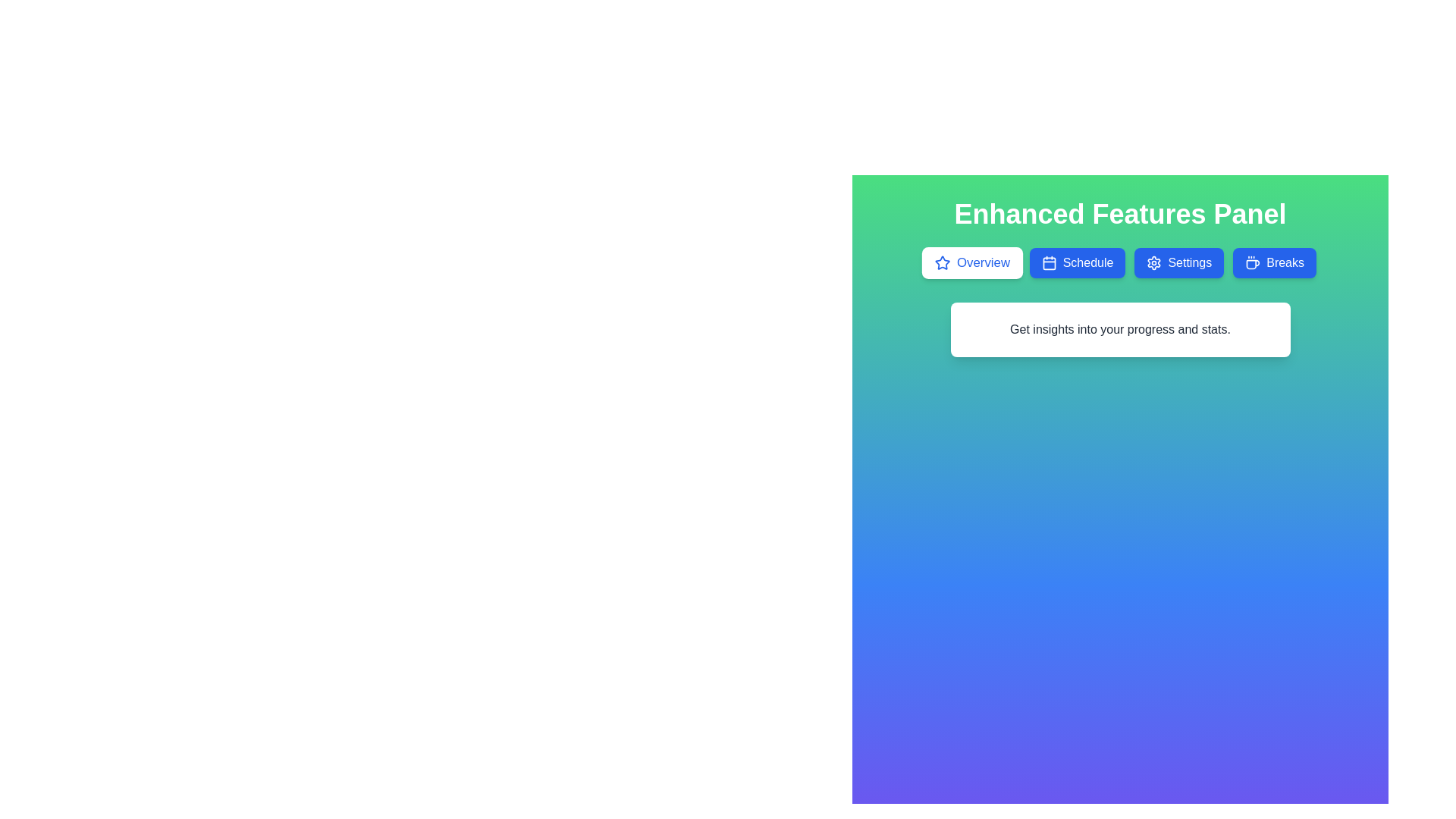 The width and height of the screenshot is (1456, 819). What do you see at coordinates (1274, 262) in the screenshot?
I see `the fourth button in the horizontal row under the 'Enhanced Features Panel' header` at bounding box center [1274, 262].